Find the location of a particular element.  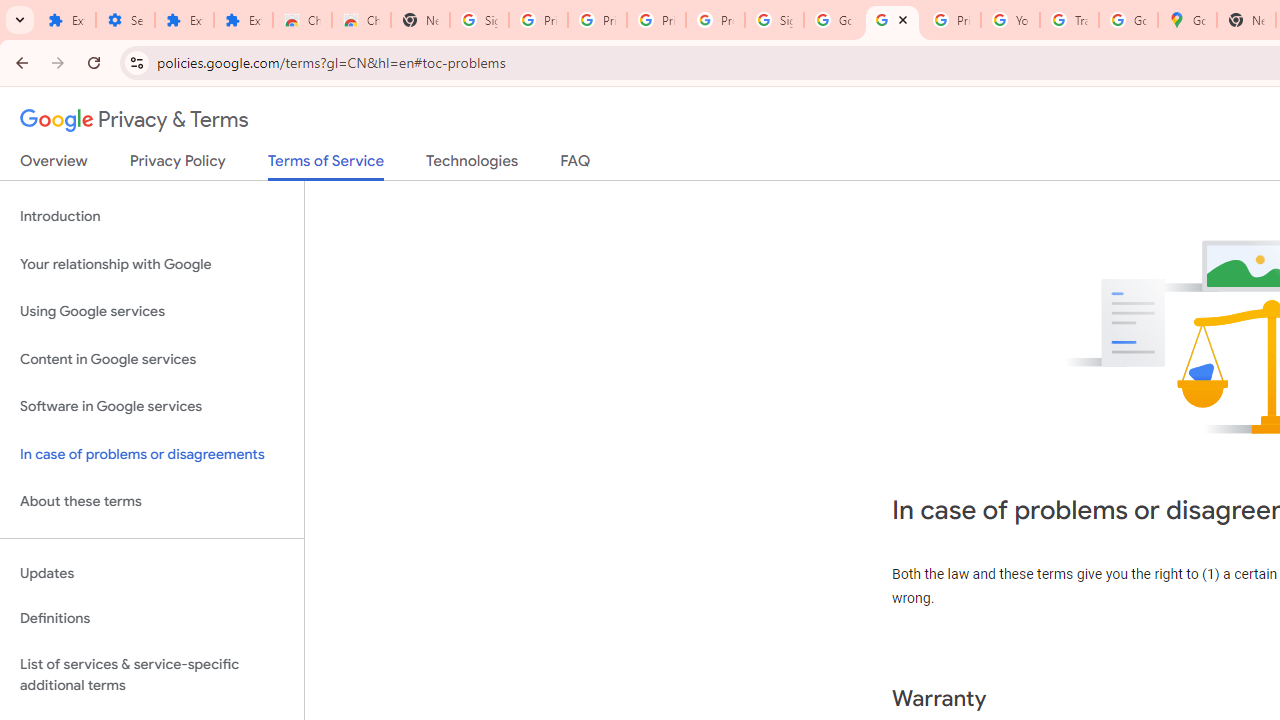

'Chrome Web Store' is located at coordinates (301, 20).